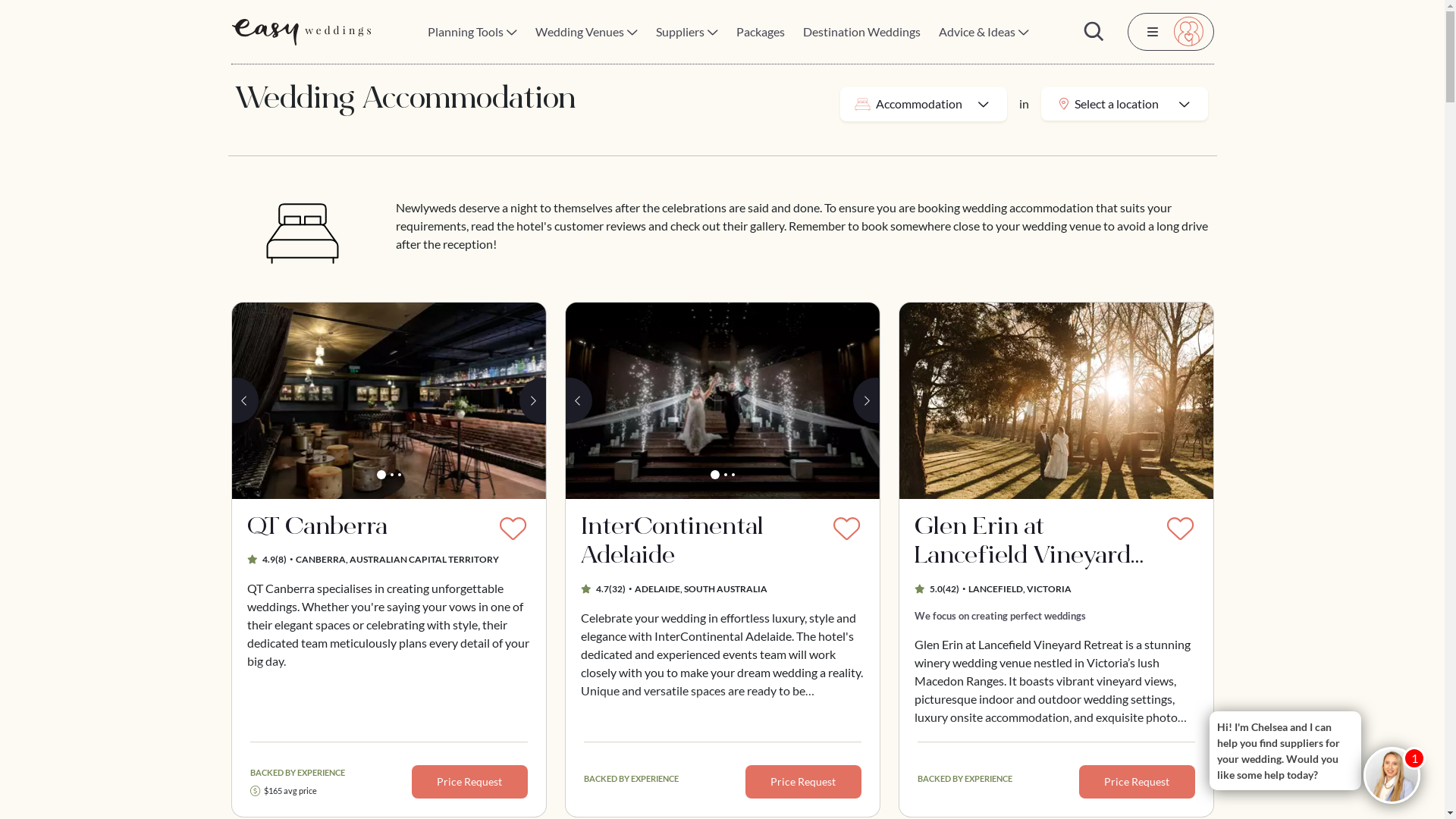 The height and width of the screenshot is (819, 1456). I want to click on 'Wedding Venues', so click(529, 32).